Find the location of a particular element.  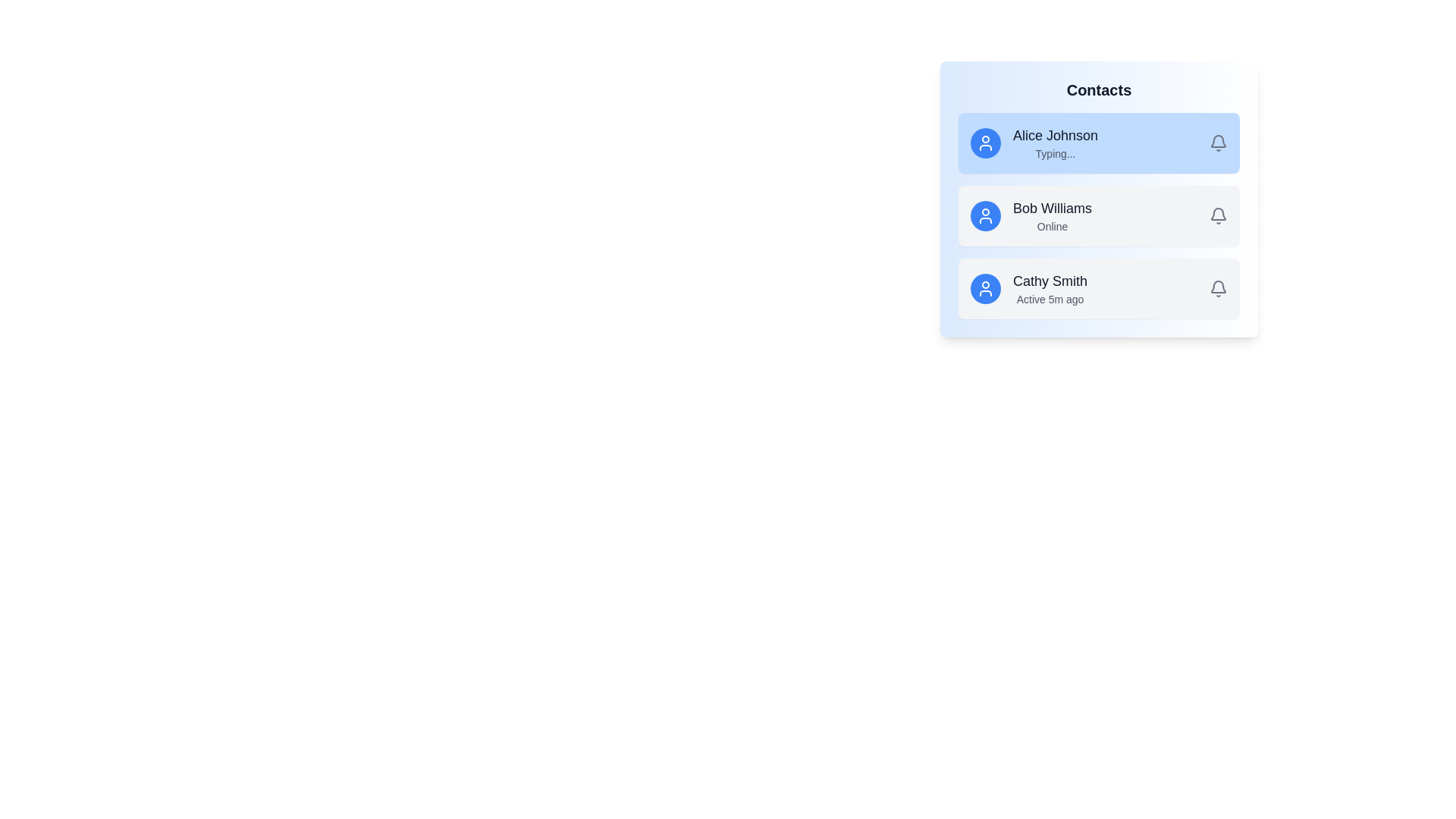

the bell icon in the 'Contacts' modal, which indicates notifications and is located adjacent to 'Bob Williams' in the user interface is located at coordinates (1219, 287).